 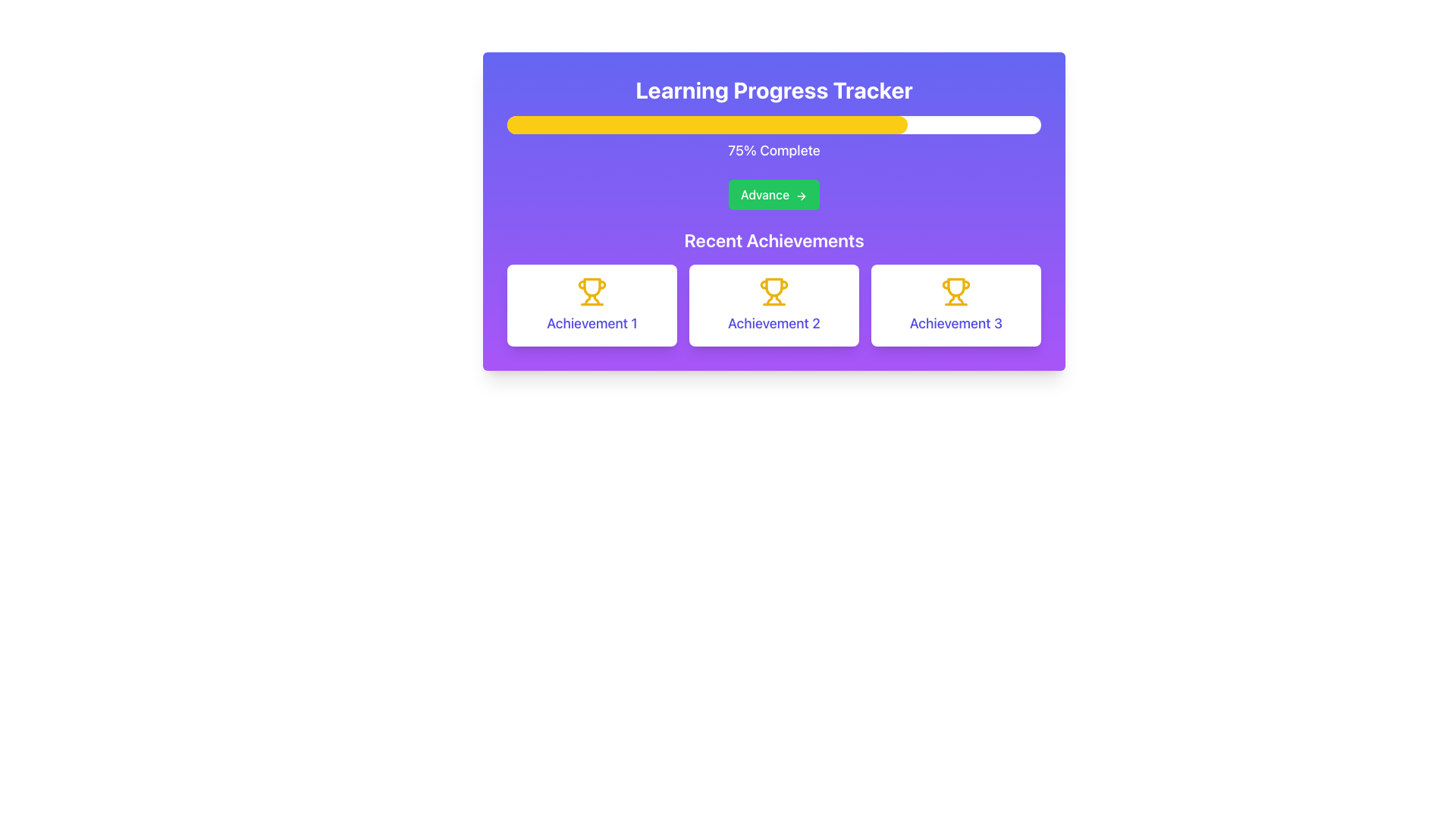 What do you see at coordinates (774, 151) in the screenshot?
I see `the text component that displays the progress percentage, located below a yellow progress bar and above a green button labeled 'Advance ➜'` at bounding box center [774, 151].